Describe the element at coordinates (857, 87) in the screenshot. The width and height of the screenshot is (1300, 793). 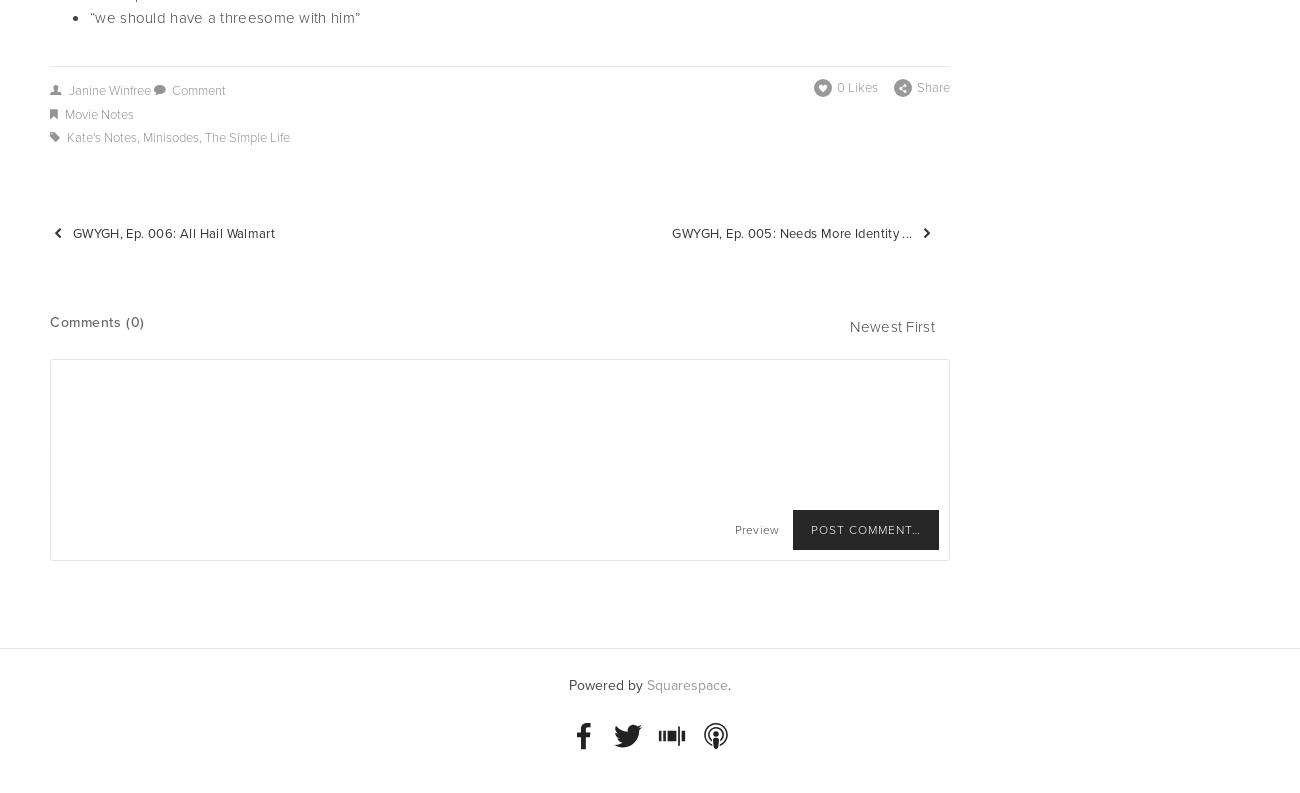
I see `'0 Likes'` at that location.